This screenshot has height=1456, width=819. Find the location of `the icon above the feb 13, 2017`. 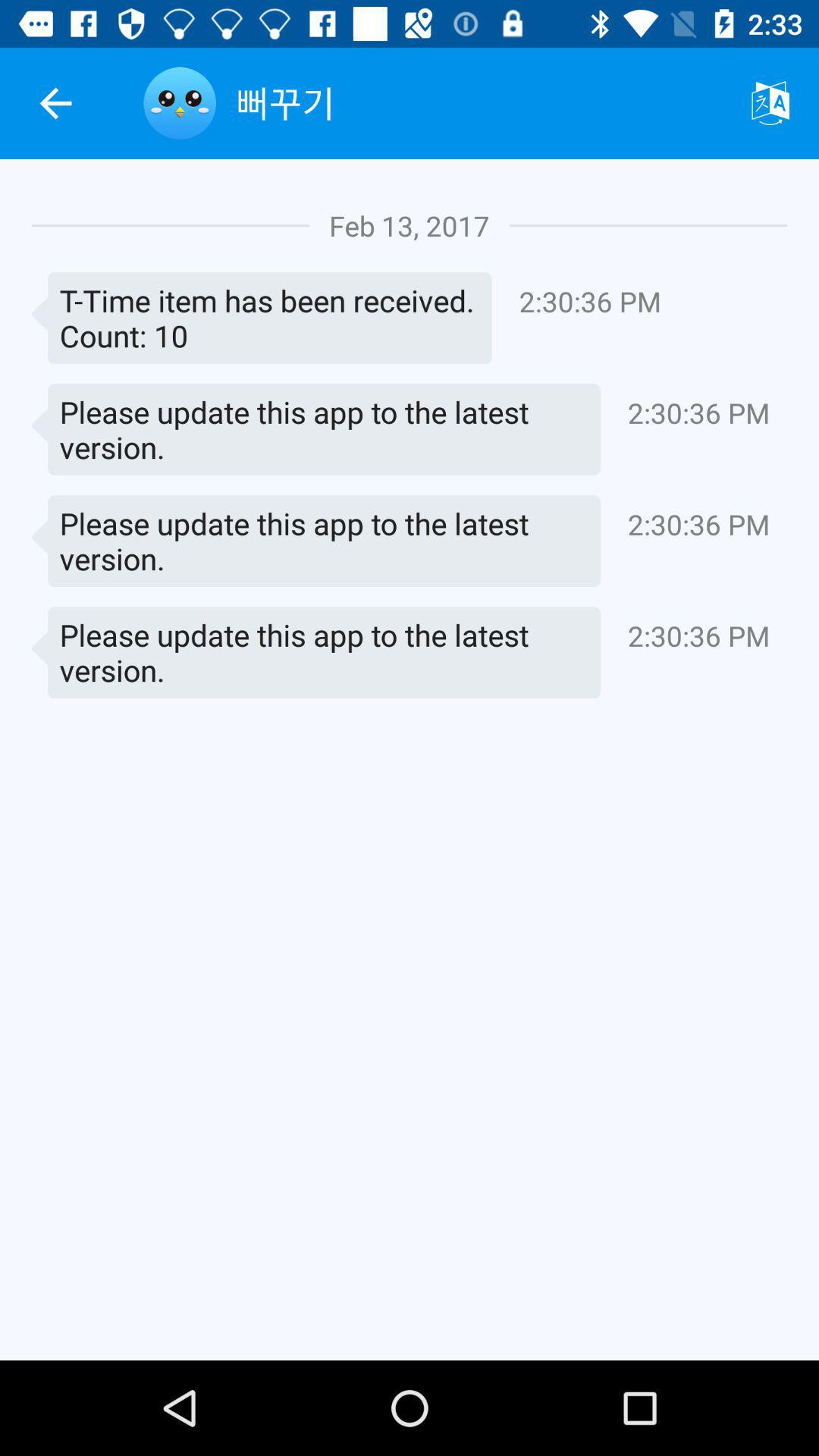

the icon above the feb 13, 2017 is located at coordinates (479, 102).